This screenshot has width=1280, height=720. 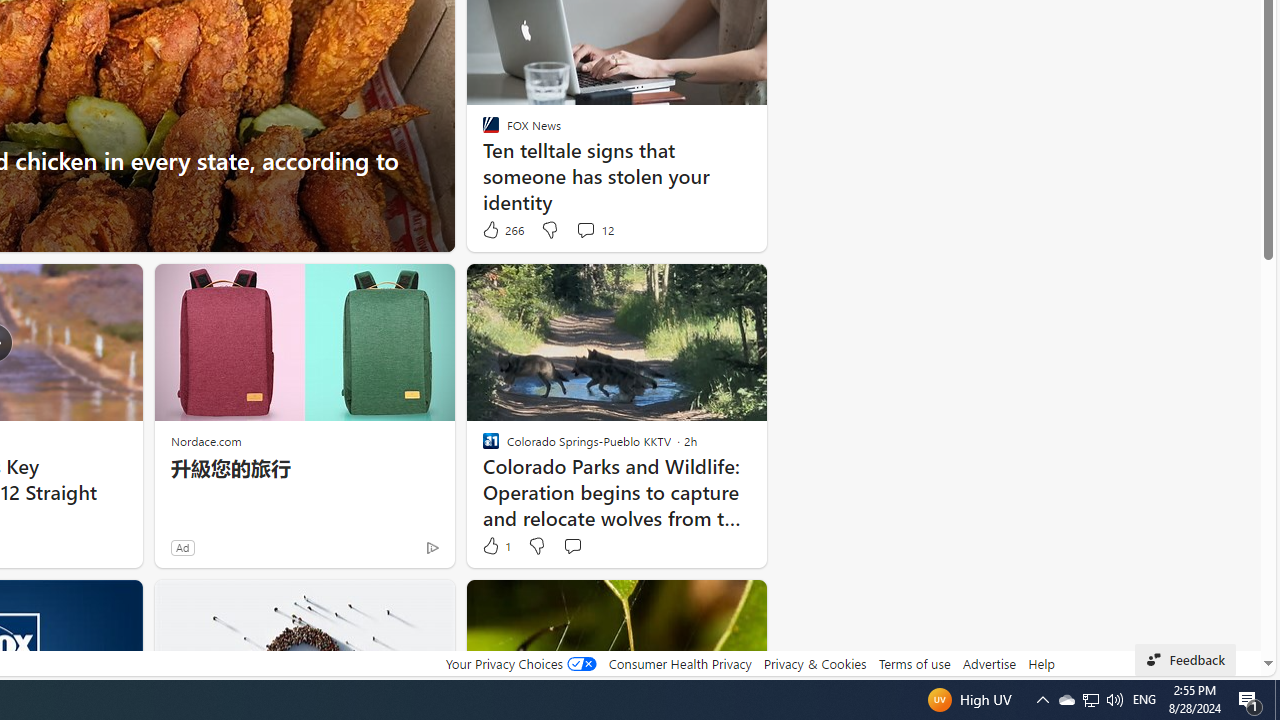 I want to click on 'Your Privacy Choices', so click(x=520, y=663).